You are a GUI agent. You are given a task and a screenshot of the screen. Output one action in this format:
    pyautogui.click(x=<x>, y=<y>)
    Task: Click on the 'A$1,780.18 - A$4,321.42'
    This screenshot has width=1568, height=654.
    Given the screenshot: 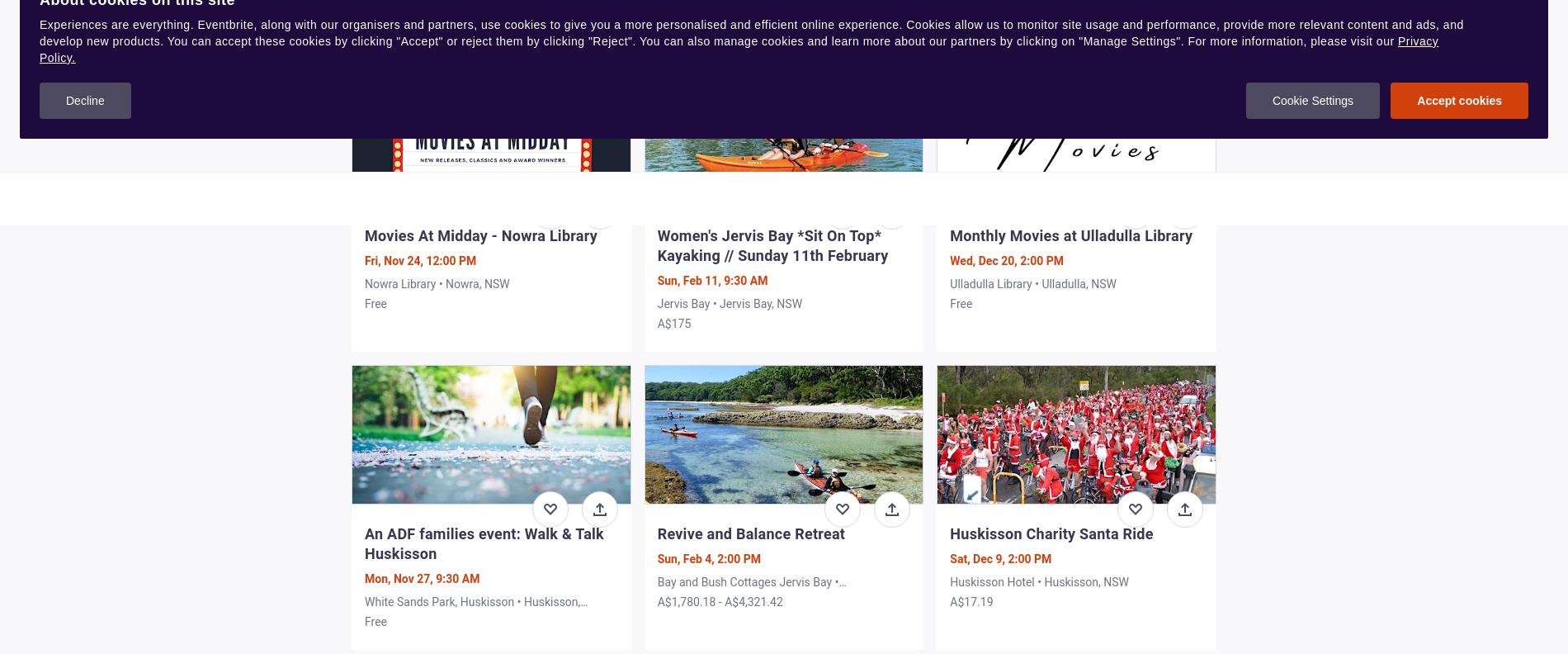 What is the action you would take?
    pyautogui.click(x=718, y=600)
    